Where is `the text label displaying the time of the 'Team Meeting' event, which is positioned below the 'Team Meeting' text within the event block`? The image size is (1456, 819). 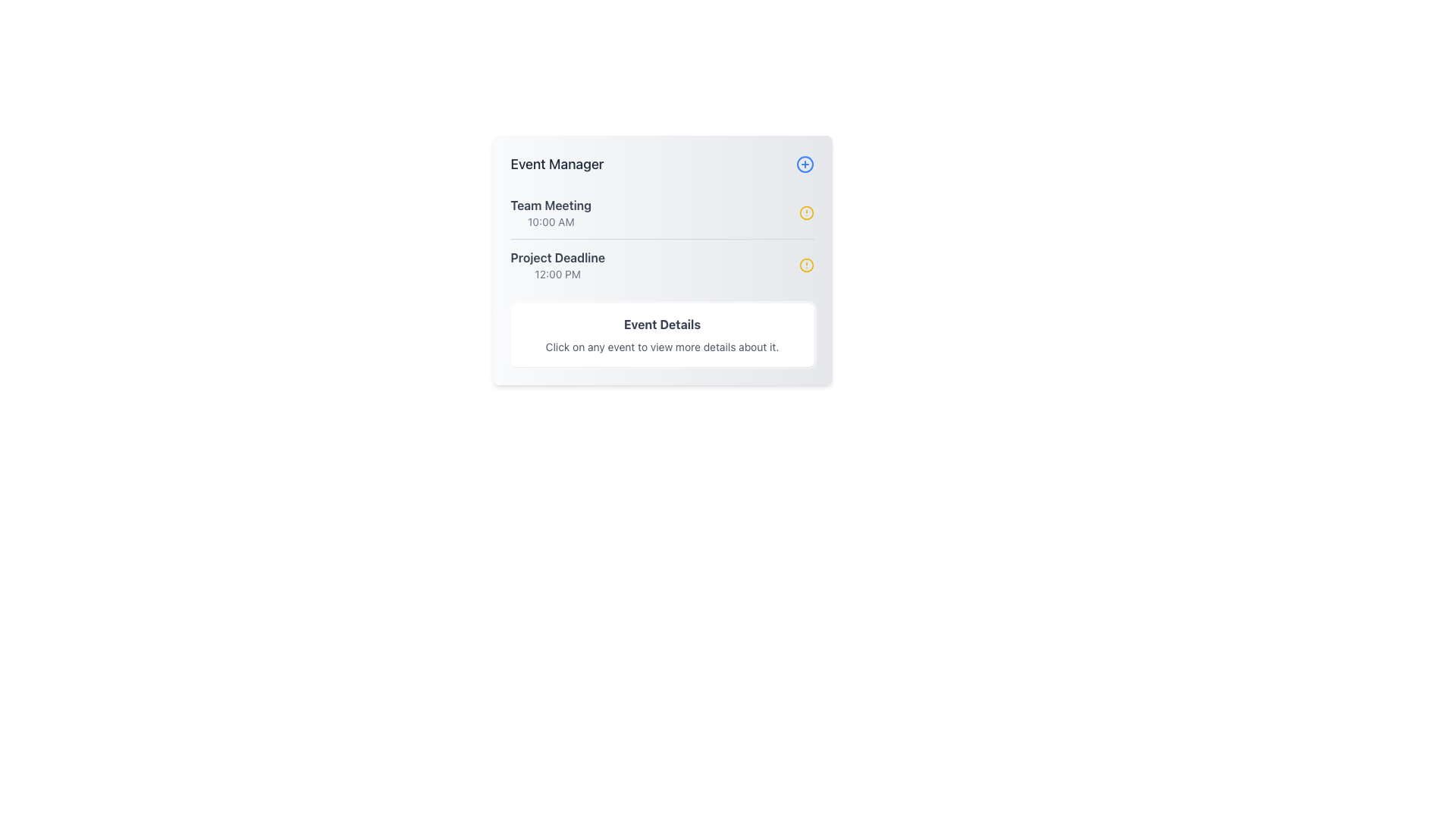 the text label displaying the time of the 'Team Meeting' event, which is positioned below the 'Team Meeting' text within the event block is located at coordinates (550, 222).